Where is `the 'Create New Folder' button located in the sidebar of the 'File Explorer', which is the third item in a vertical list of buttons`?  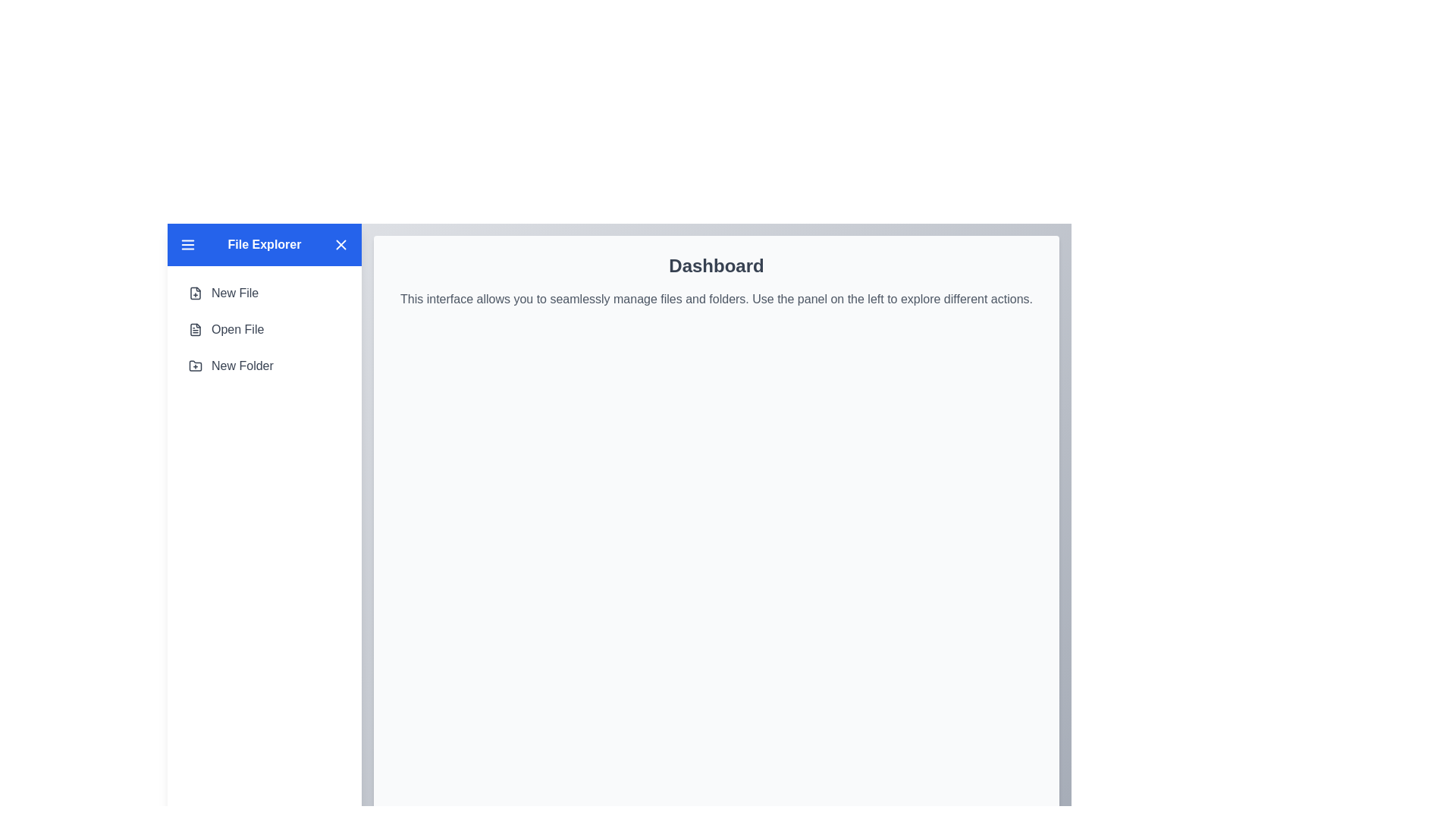
the 'Create New Folder' button located in the sidebar of the 'File Explorer', which is the third item in a vertical list of buttons is located at coordinates (230, 366).